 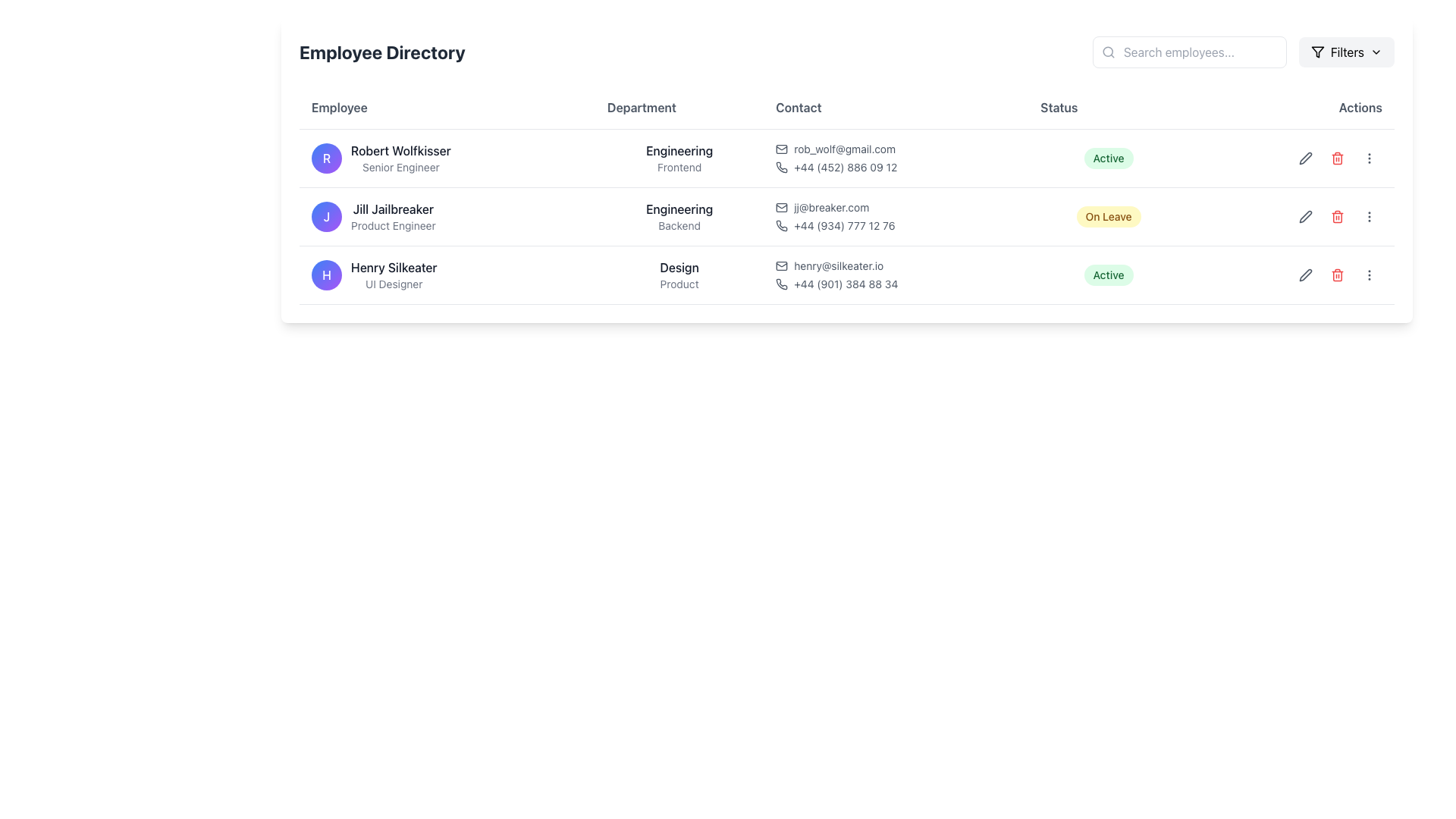 What do you see at coordinates (447, 158) in the screenshot?
I see `the label displaying 'Robert Wolfkisser', styled in bold, located` at bounding box center [447, 158].